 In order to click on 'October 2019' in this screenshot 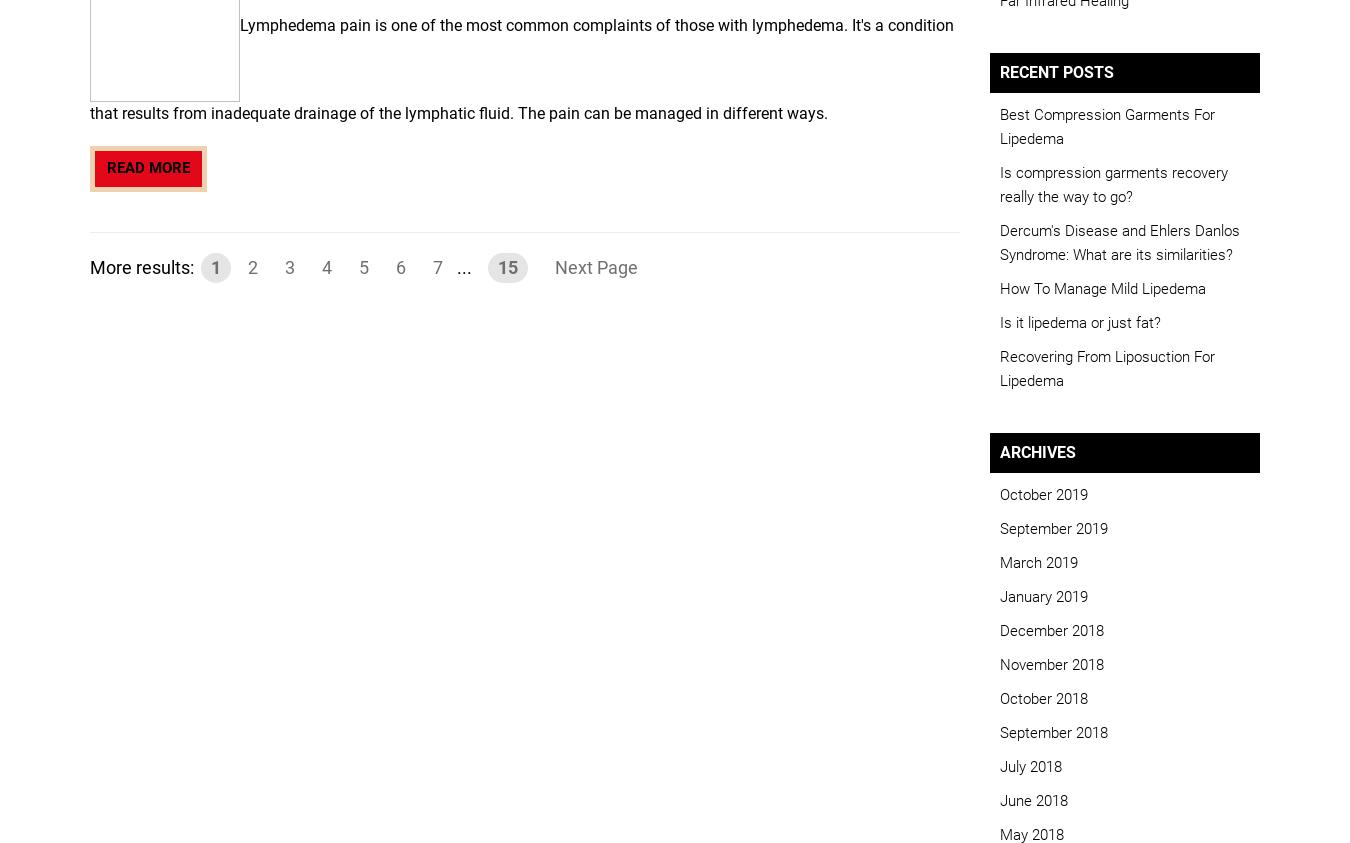, I will do `click(1043, 493)`.